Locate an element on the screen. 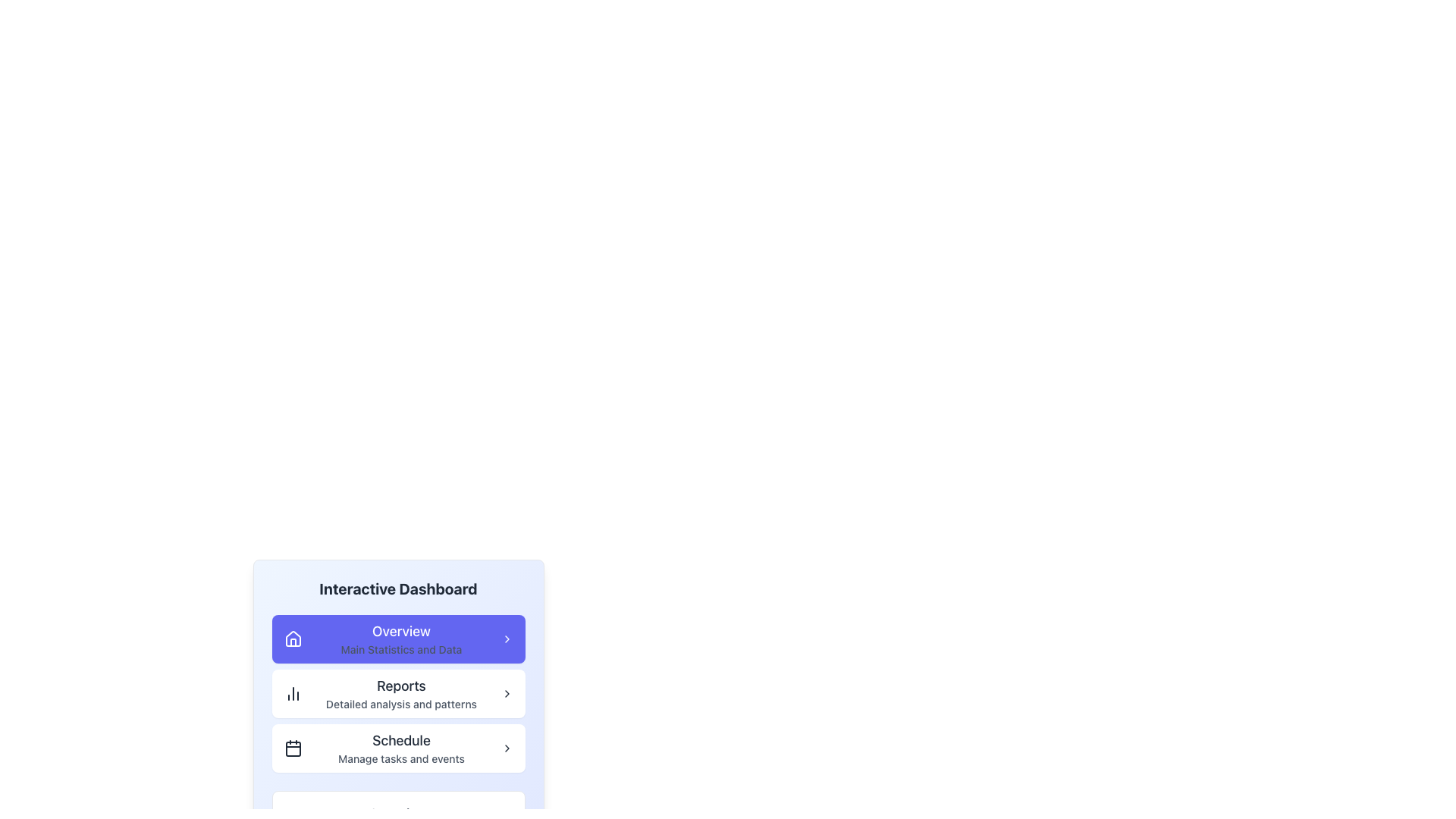 This screenshot has height=819, width=1456. the 'Schedule' text label located is located at coordinates (401, 739).